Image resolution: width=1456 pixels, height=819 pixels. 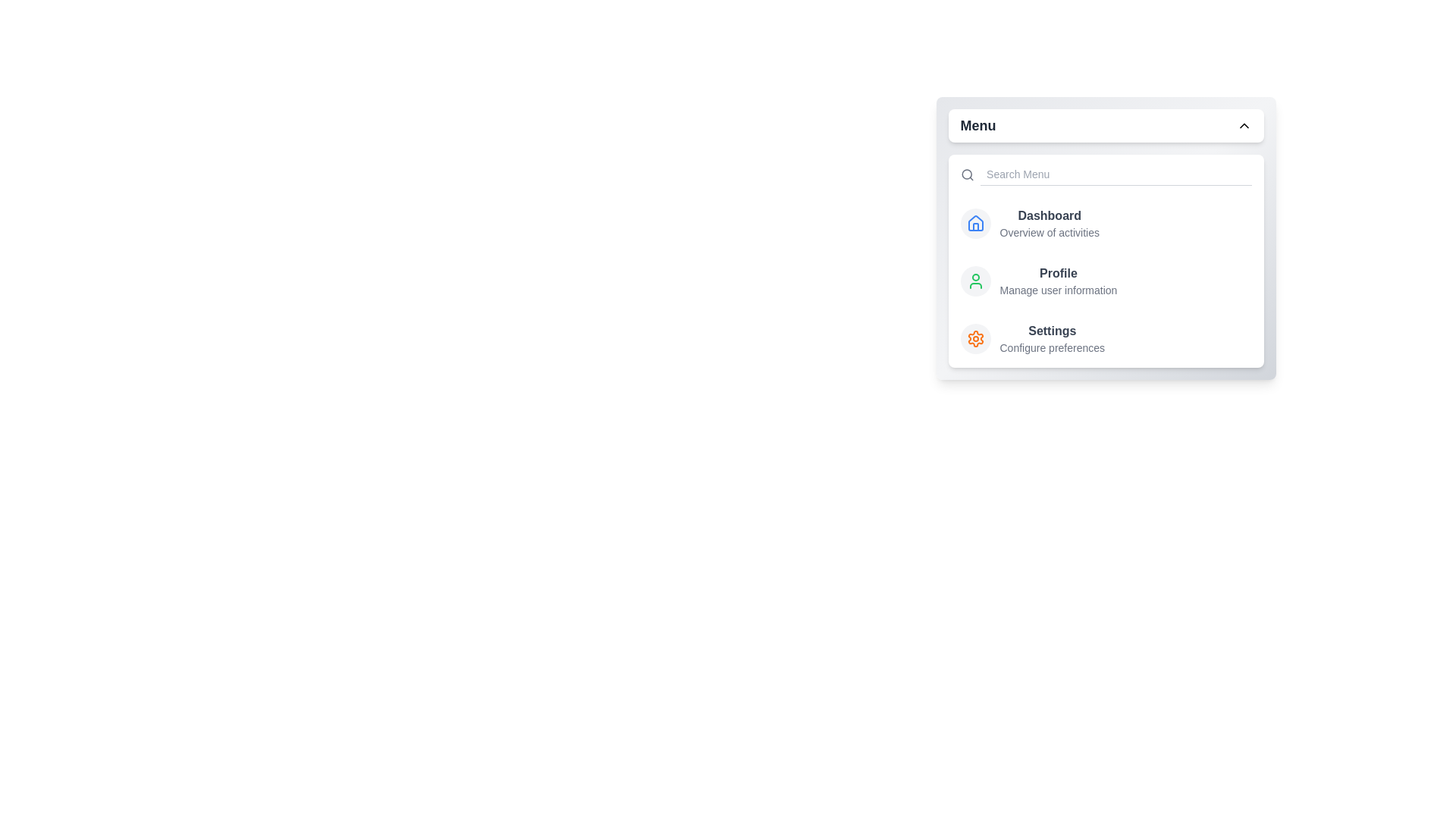 What do you see at coordinates (1106, 124) in the screenshot?
I see `the menu header to toggle the menu visibility` at bounding box center [1106, 124].